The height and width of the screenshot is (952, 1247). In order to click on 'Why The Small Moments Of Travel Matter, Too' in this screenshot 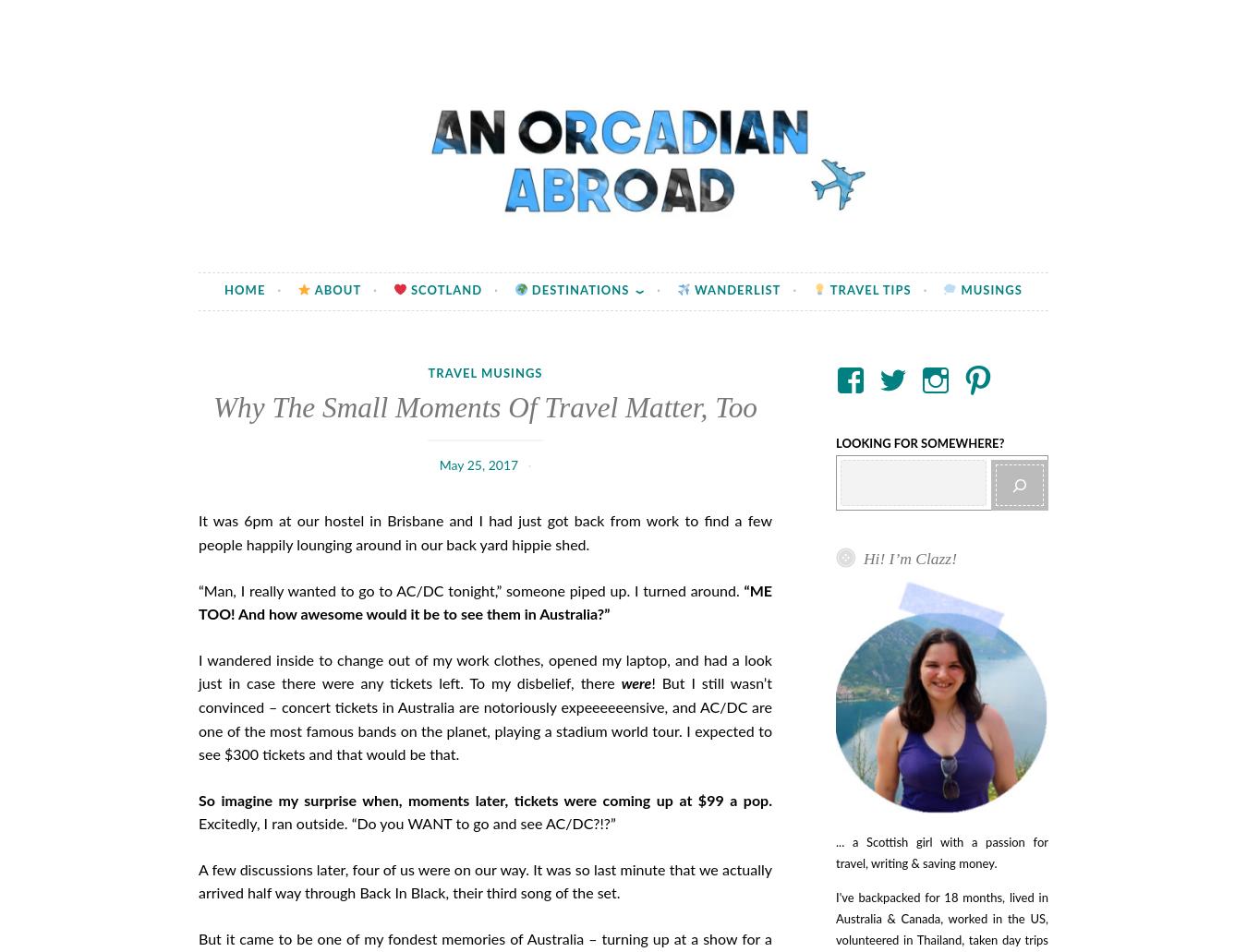, I will do `click(484, 407)`.